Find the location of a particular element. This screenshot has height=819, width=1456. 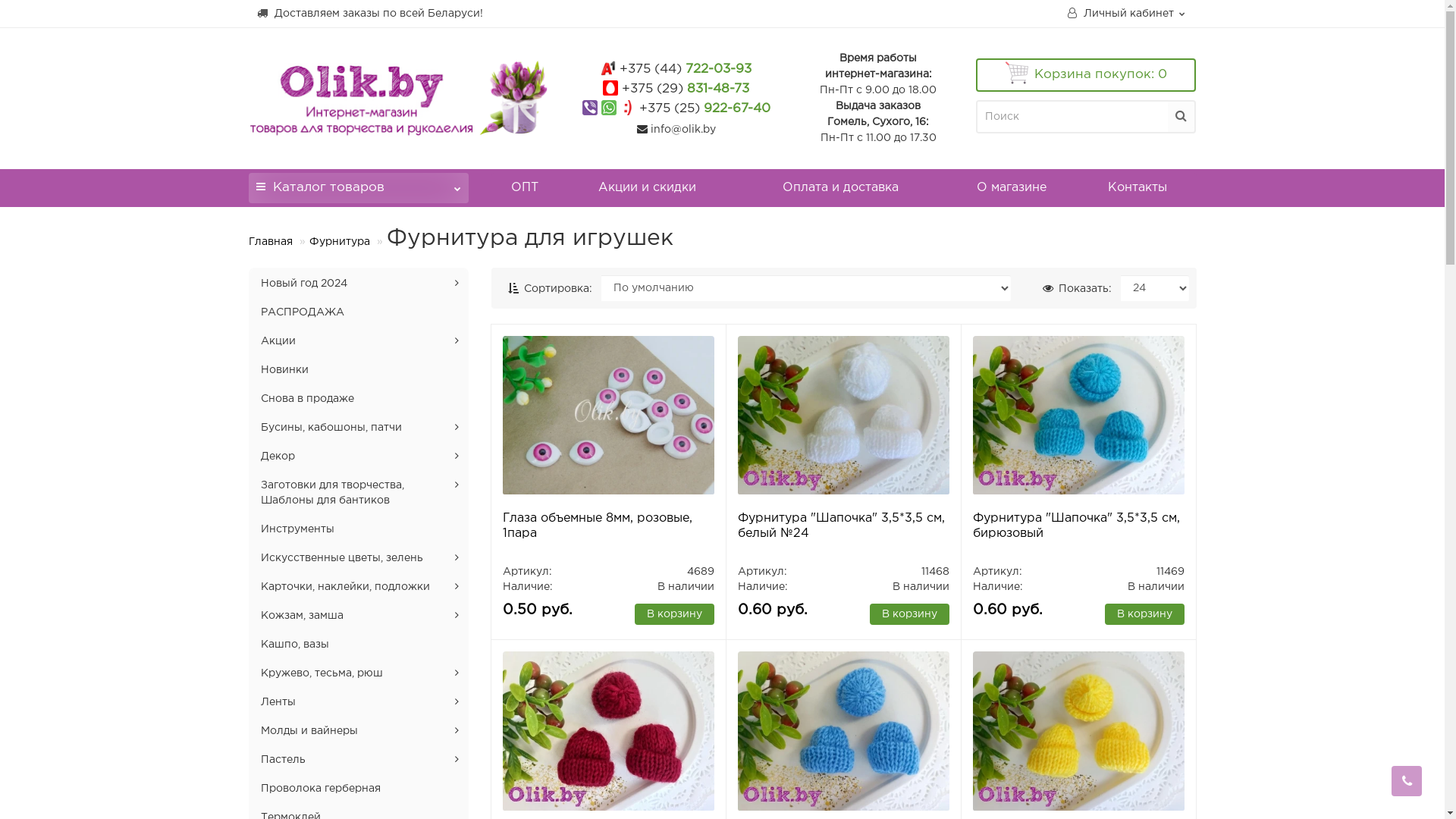

'+375 (25) 922-67-40' is located at coordinates (704, 108).